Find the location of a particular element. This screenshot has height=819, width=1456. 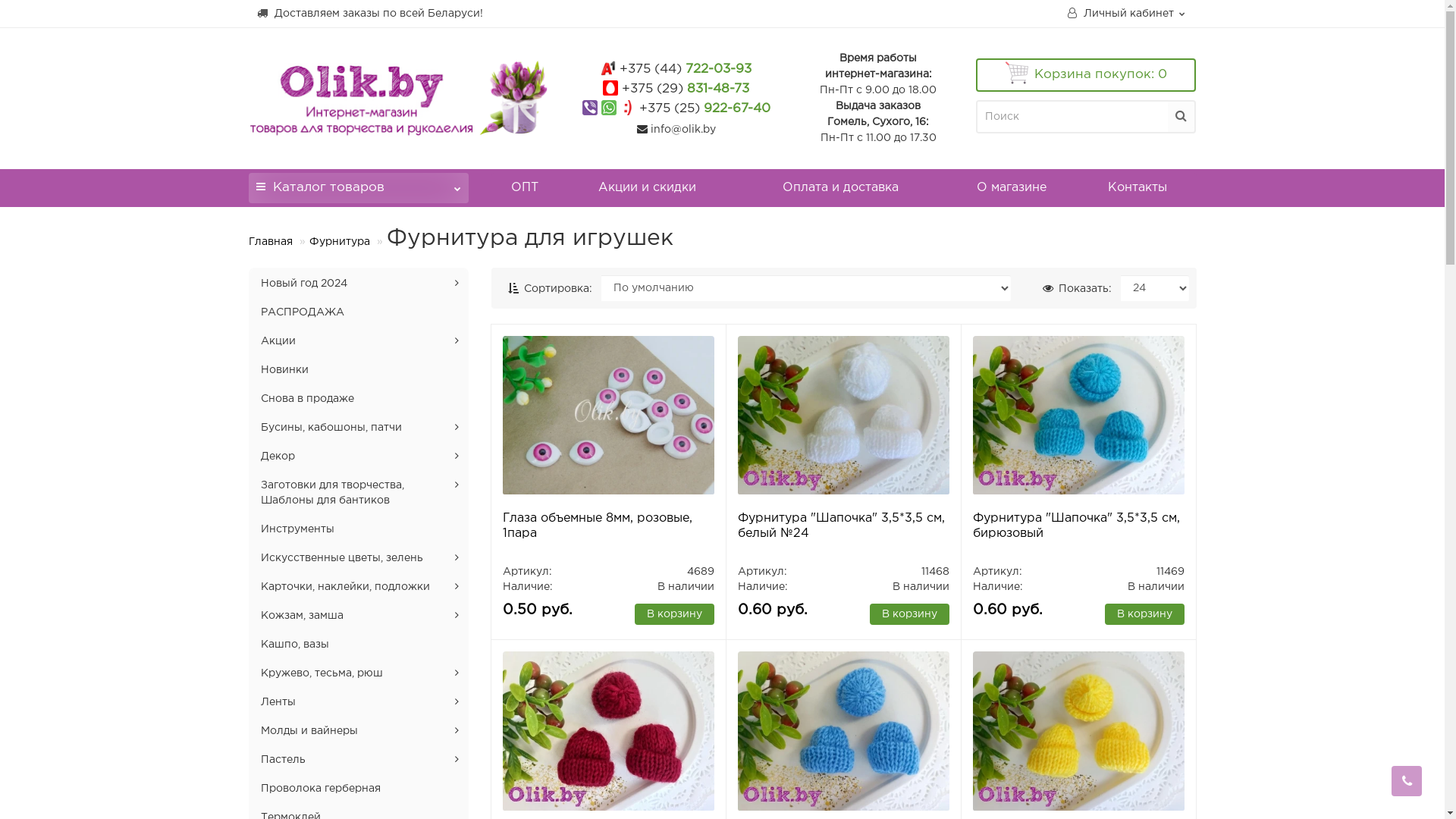

'+375 (25) 922-67-40' is located at coordinates (704, 108).